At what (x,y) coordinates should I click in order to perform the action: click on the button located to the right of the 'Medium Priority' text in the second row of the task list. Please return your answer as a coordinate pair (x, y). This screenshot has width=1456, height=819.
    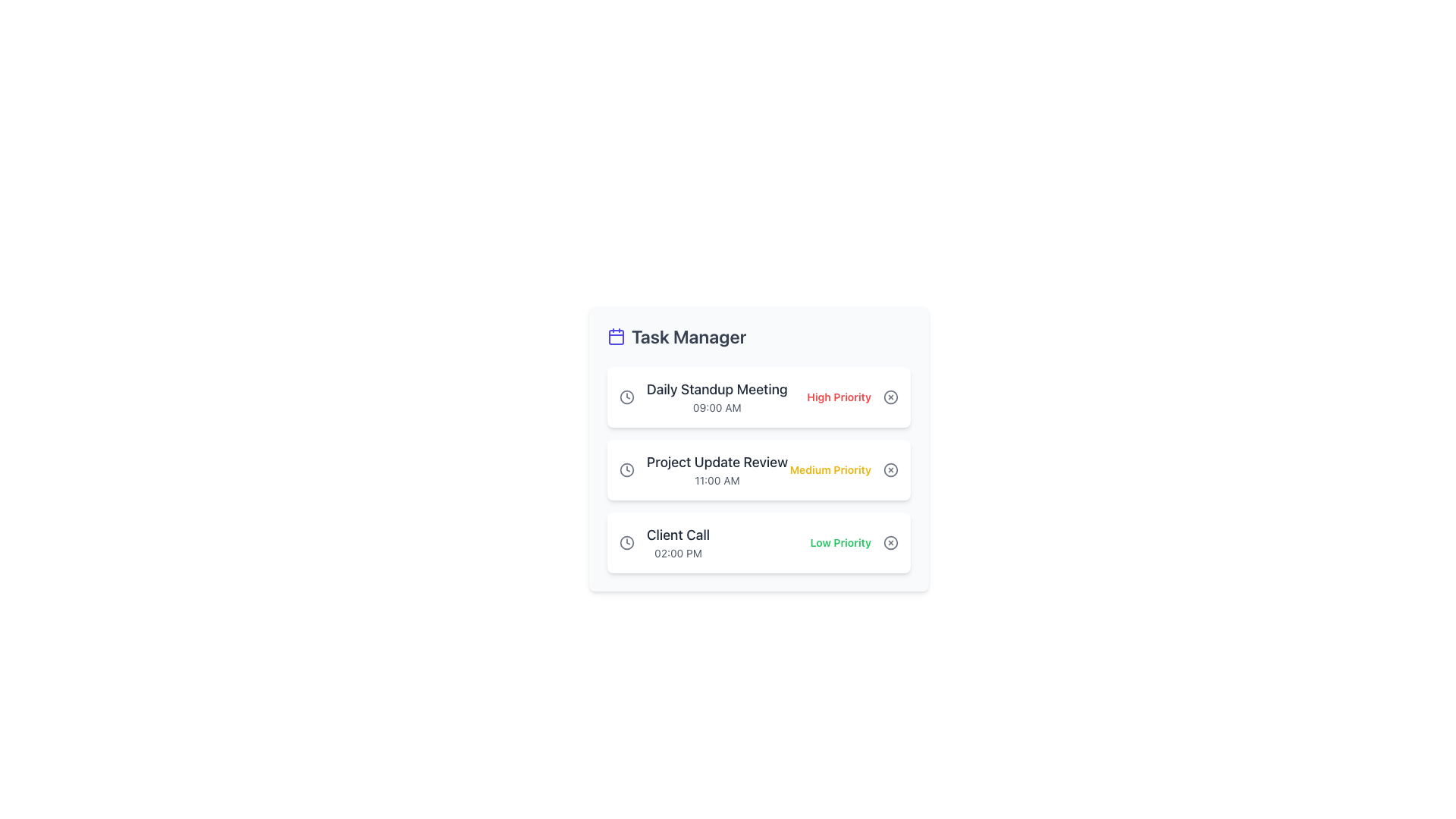
    Looking at the image, I should click on (891, 469).